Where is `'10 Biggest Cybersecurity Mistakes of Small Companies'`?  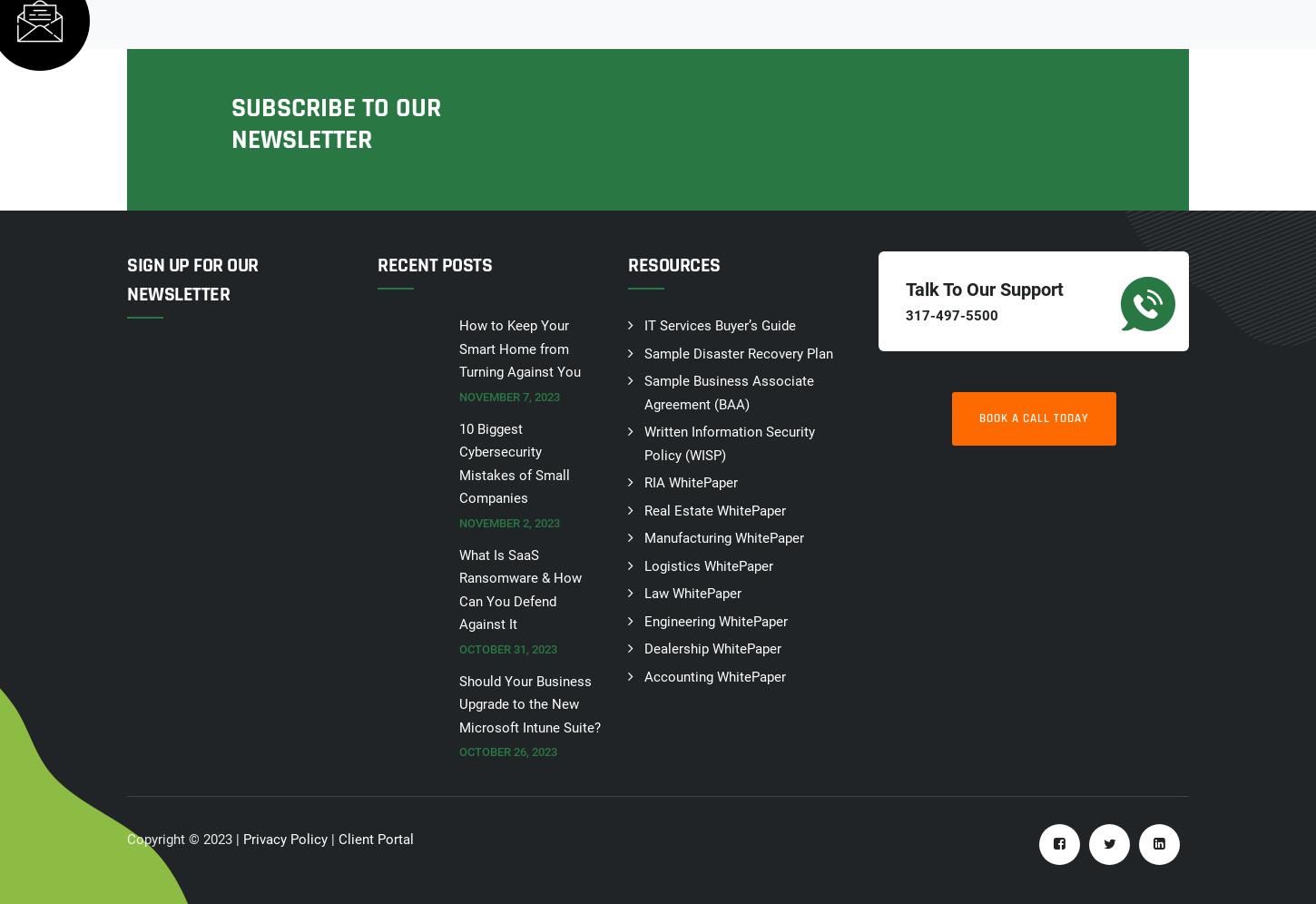
'10 Biggest Cybersecurity Mistakes of Small Companies' is located at coordinates (514, 463).